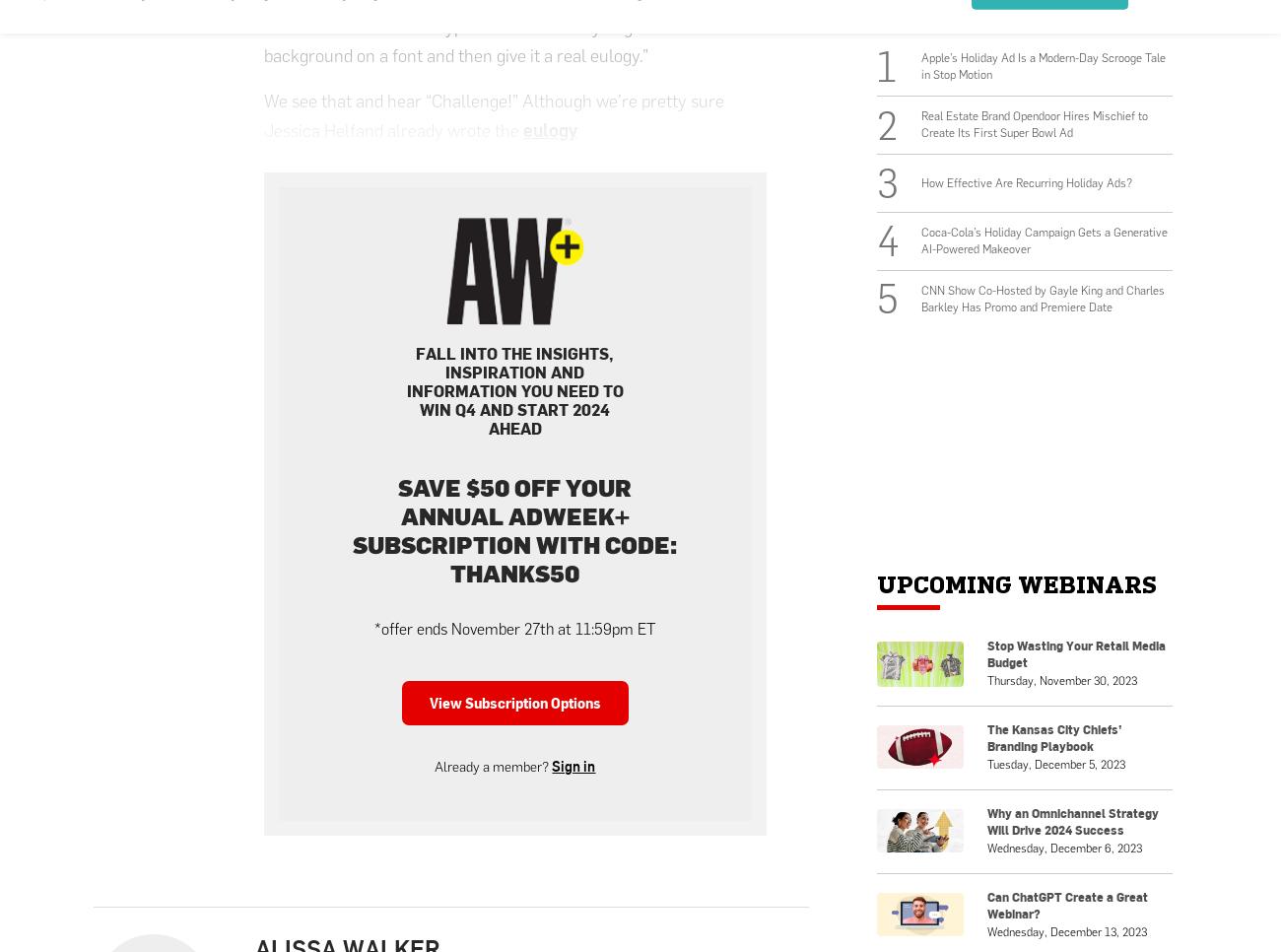 Image resolution: width=1281 pixels, height=952 pixels. Describe the element at coordinates (573, 765) in the screenshot. I see `'Sign in'` at that location.